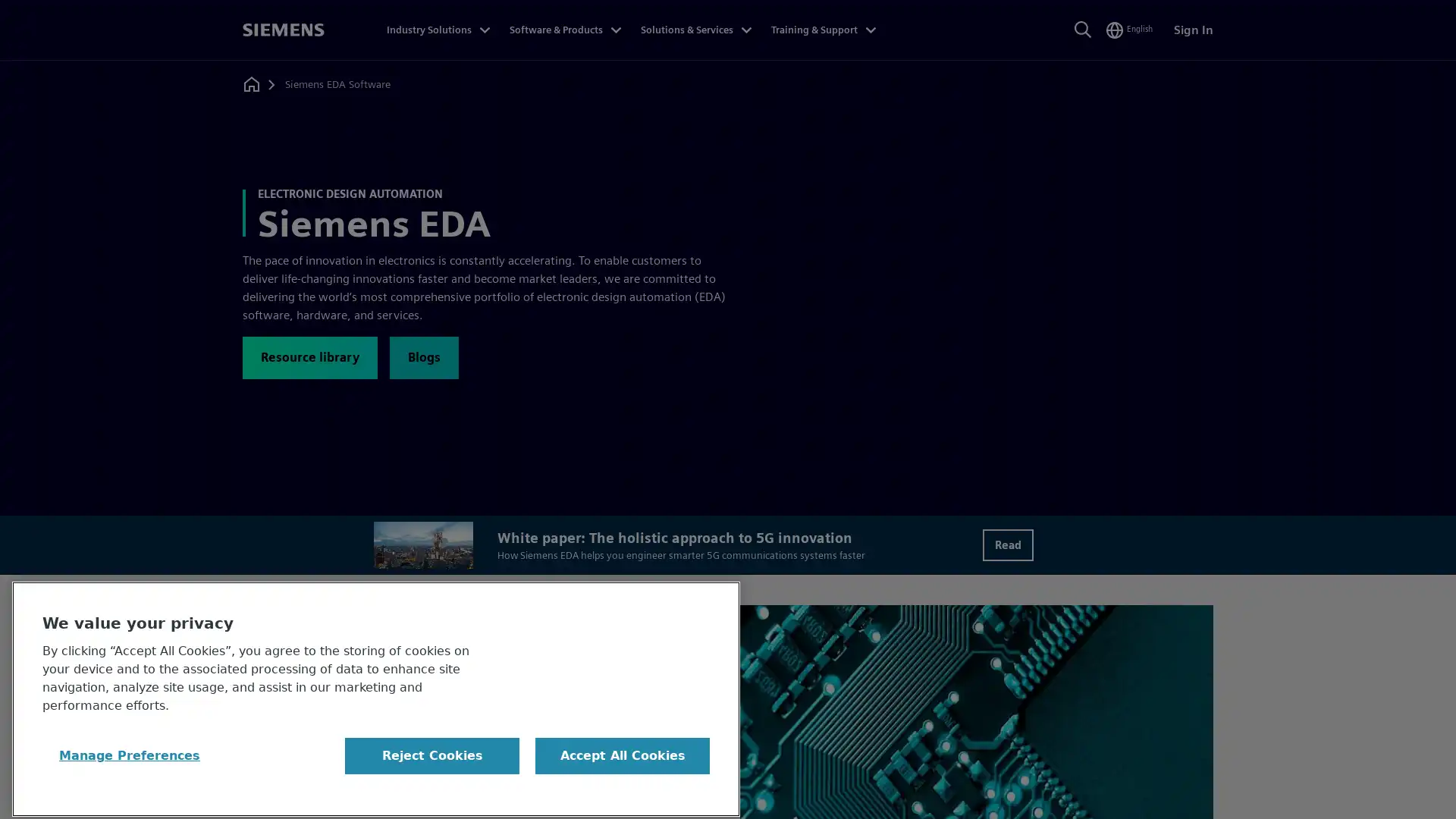  What do you see at coordinates (309, 357) in the screenshot?
I see `Resource library` at bounding box center [309, 357].